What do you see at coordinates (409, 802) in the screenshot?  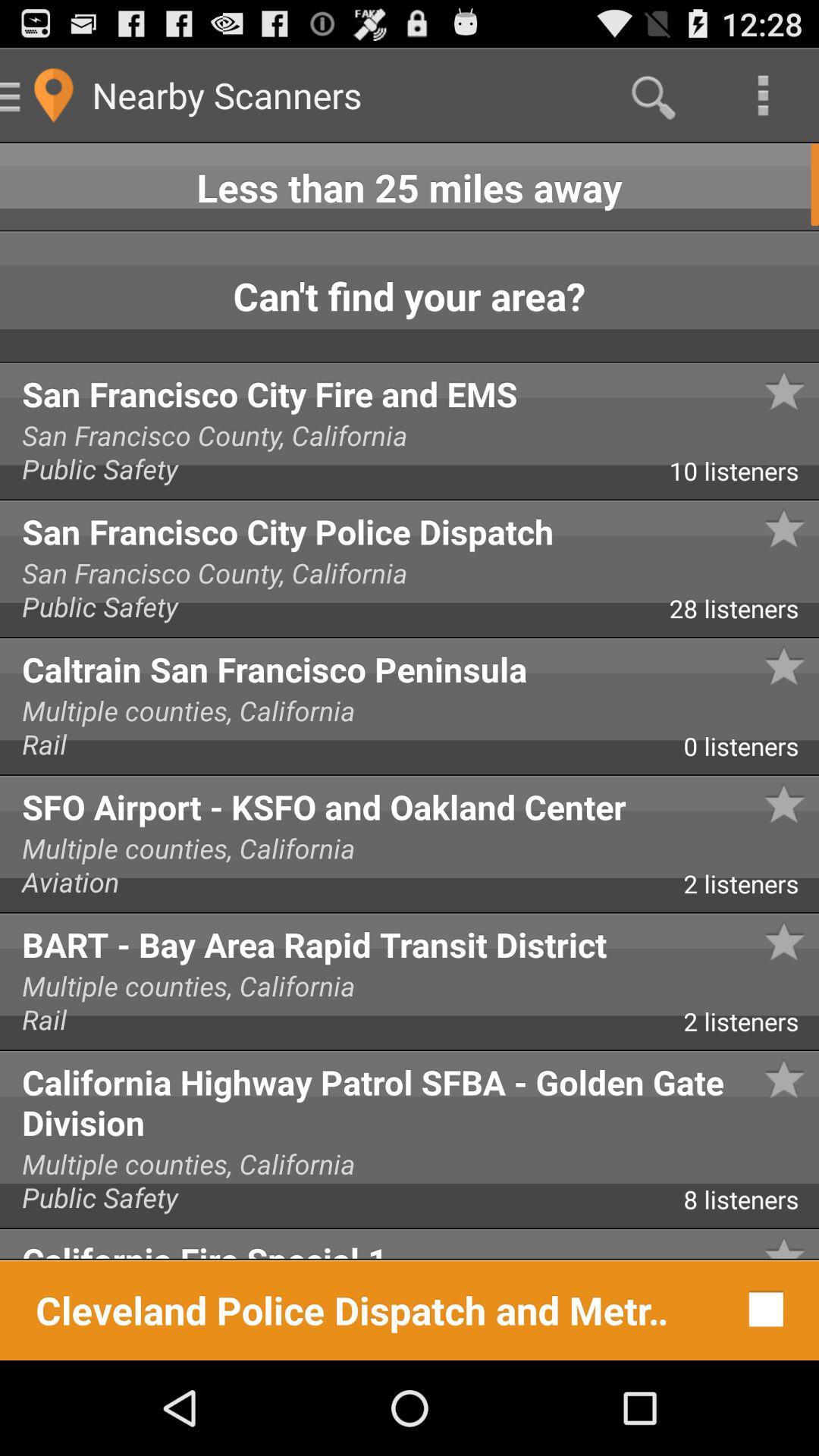 I see `the icon below the 0 listeners` at bounding box center [409, 802].